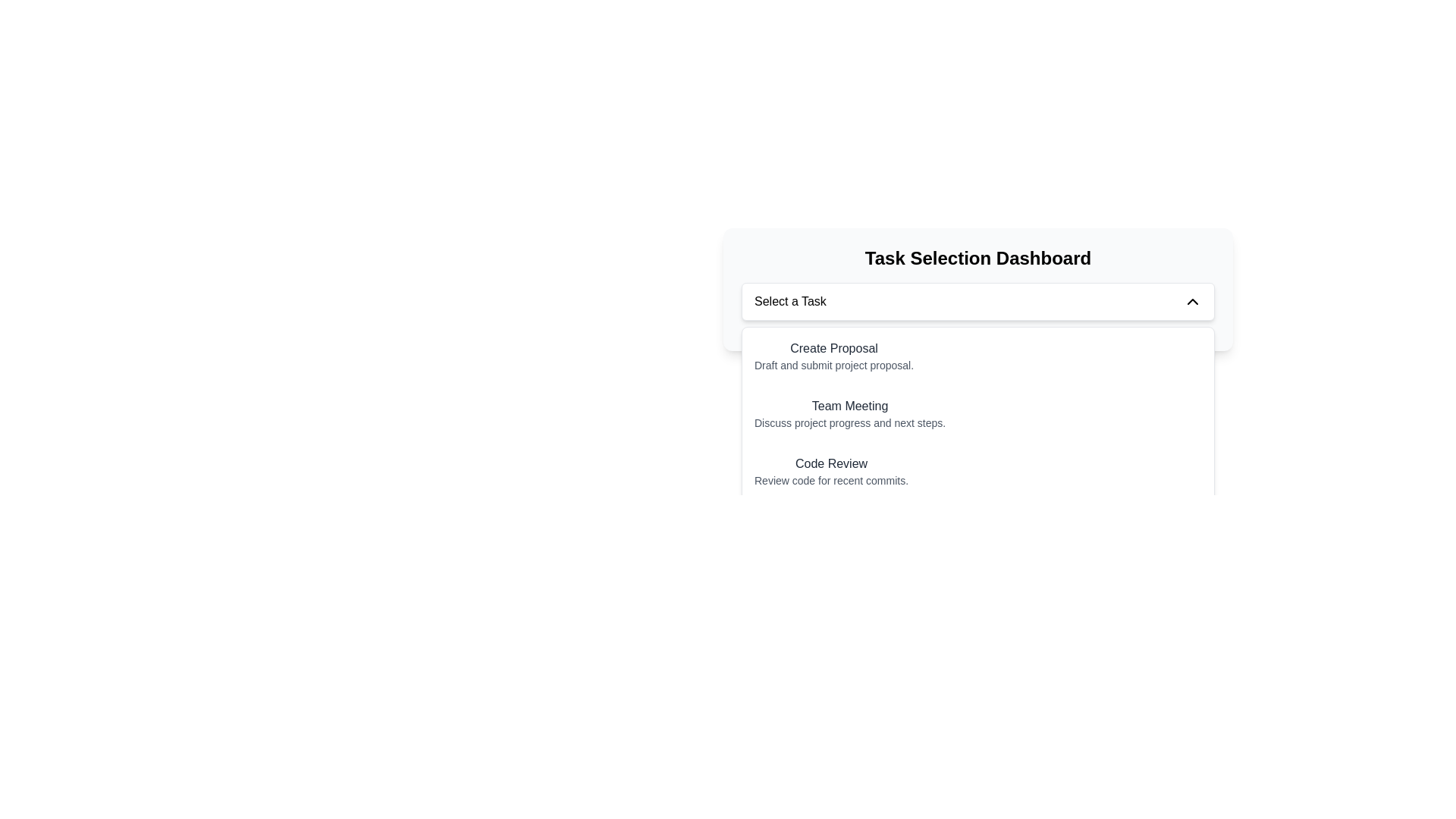  Describe the element at coordinates (978, 414) in the screenshot. I see `the list item titled 'Team Meeting'` at that location.